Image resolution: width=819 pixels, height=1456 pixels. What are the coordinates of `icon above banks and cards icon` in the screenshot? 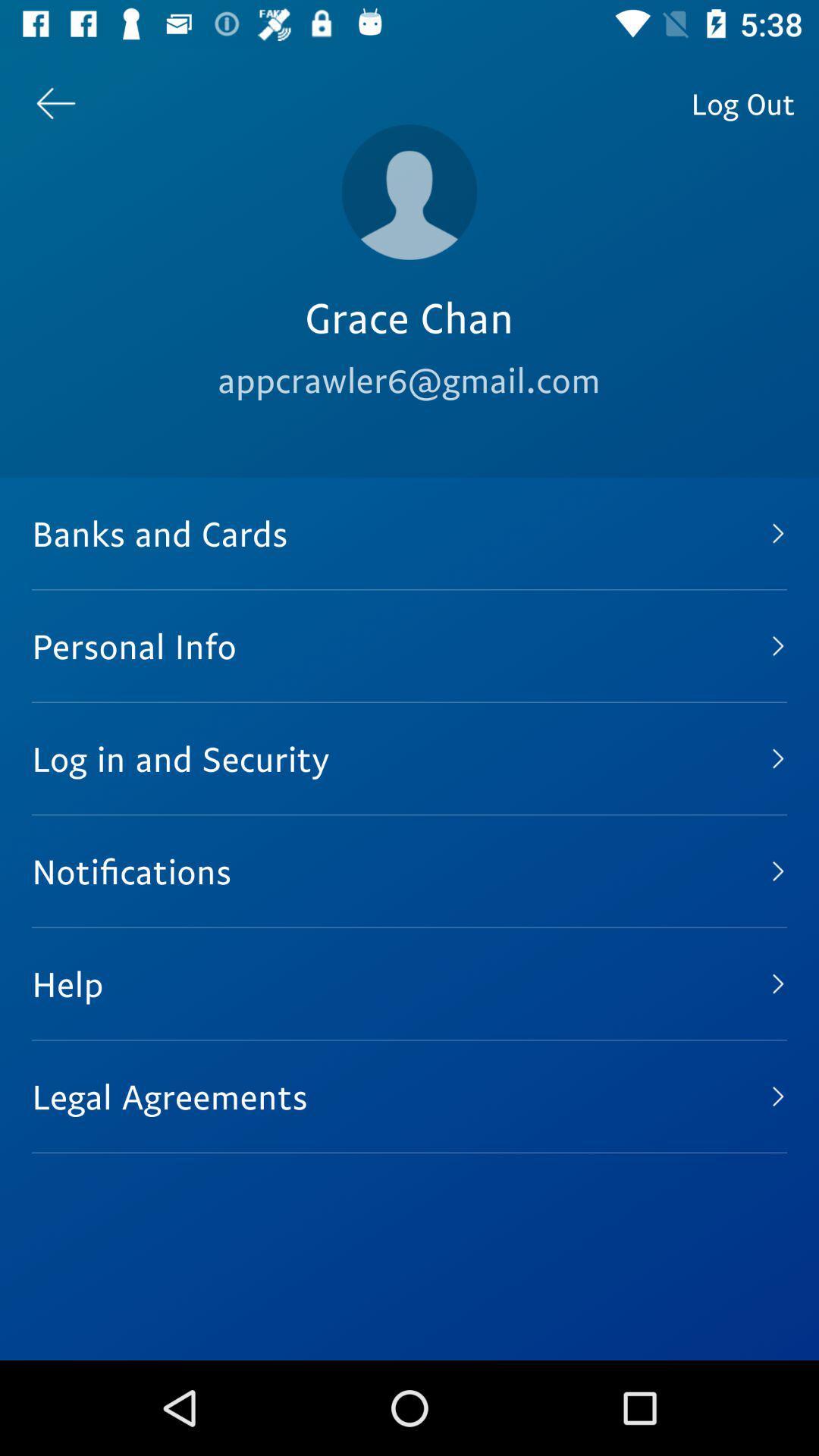 It's located at (742, 102).